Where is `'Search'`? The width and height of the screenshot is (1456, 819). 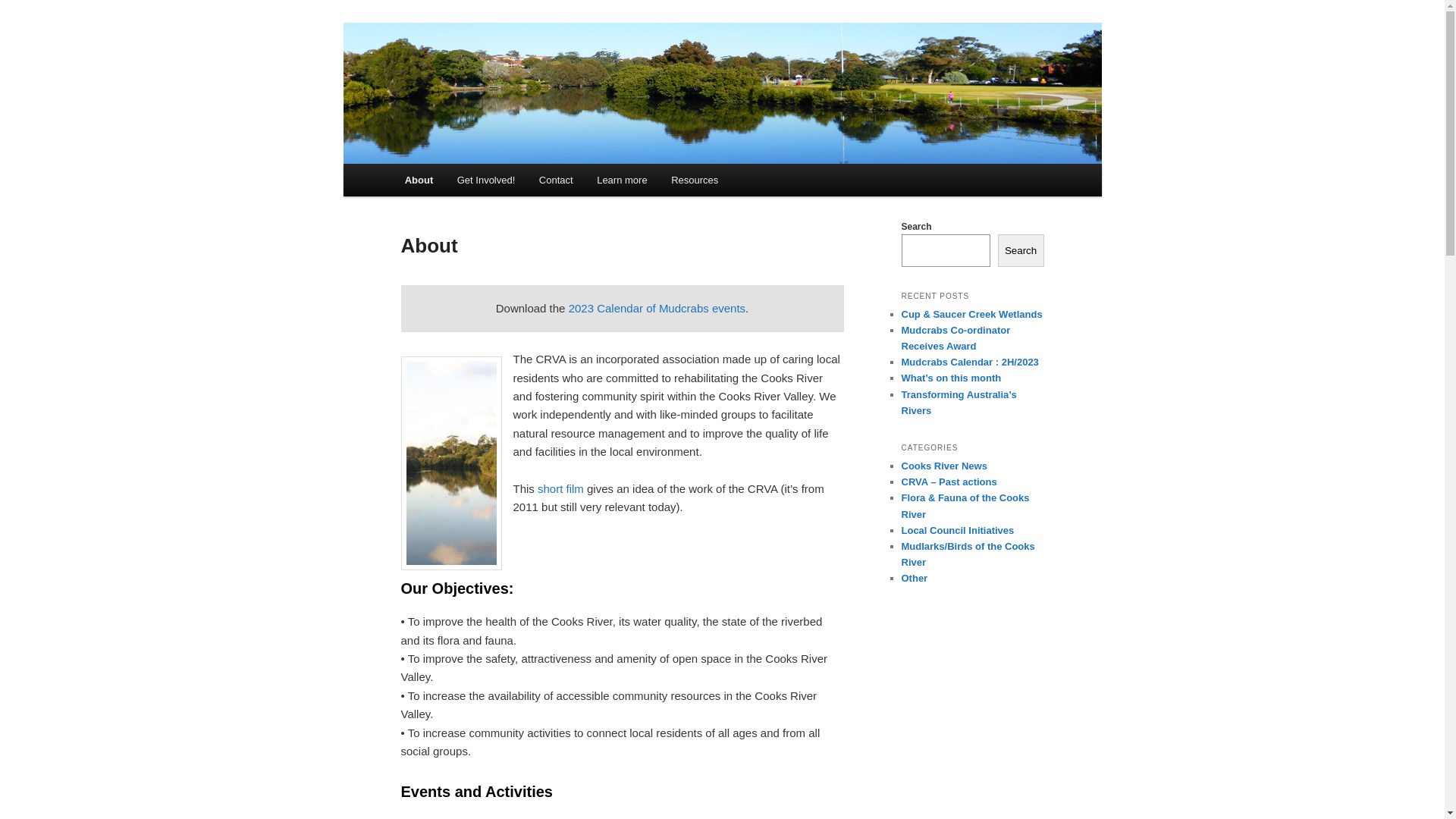
'Search' is located at coordinates (1021, 249).